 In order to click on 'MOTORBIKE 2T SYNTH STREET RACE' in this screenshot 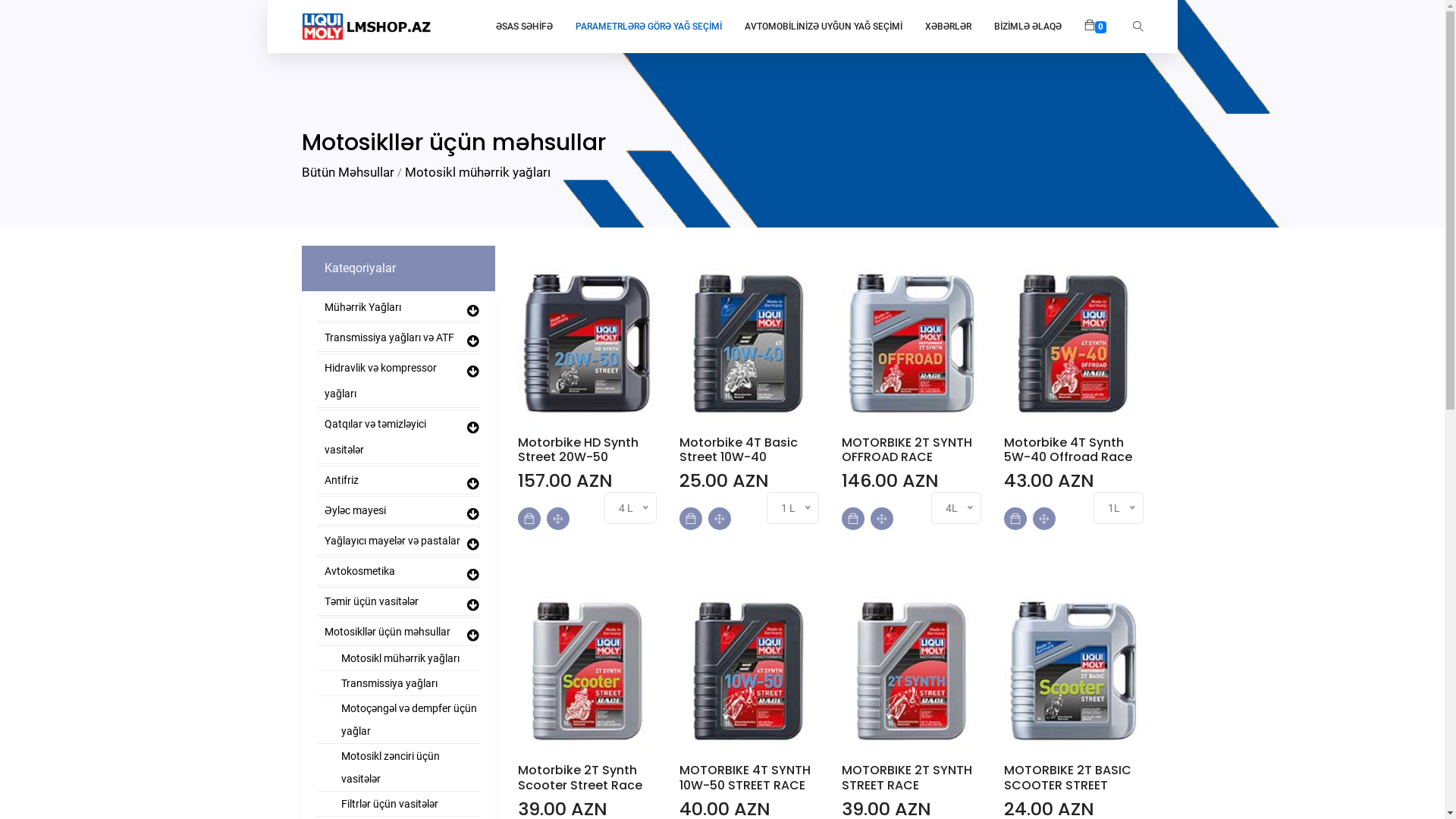, I will do `click(910, 777)`.